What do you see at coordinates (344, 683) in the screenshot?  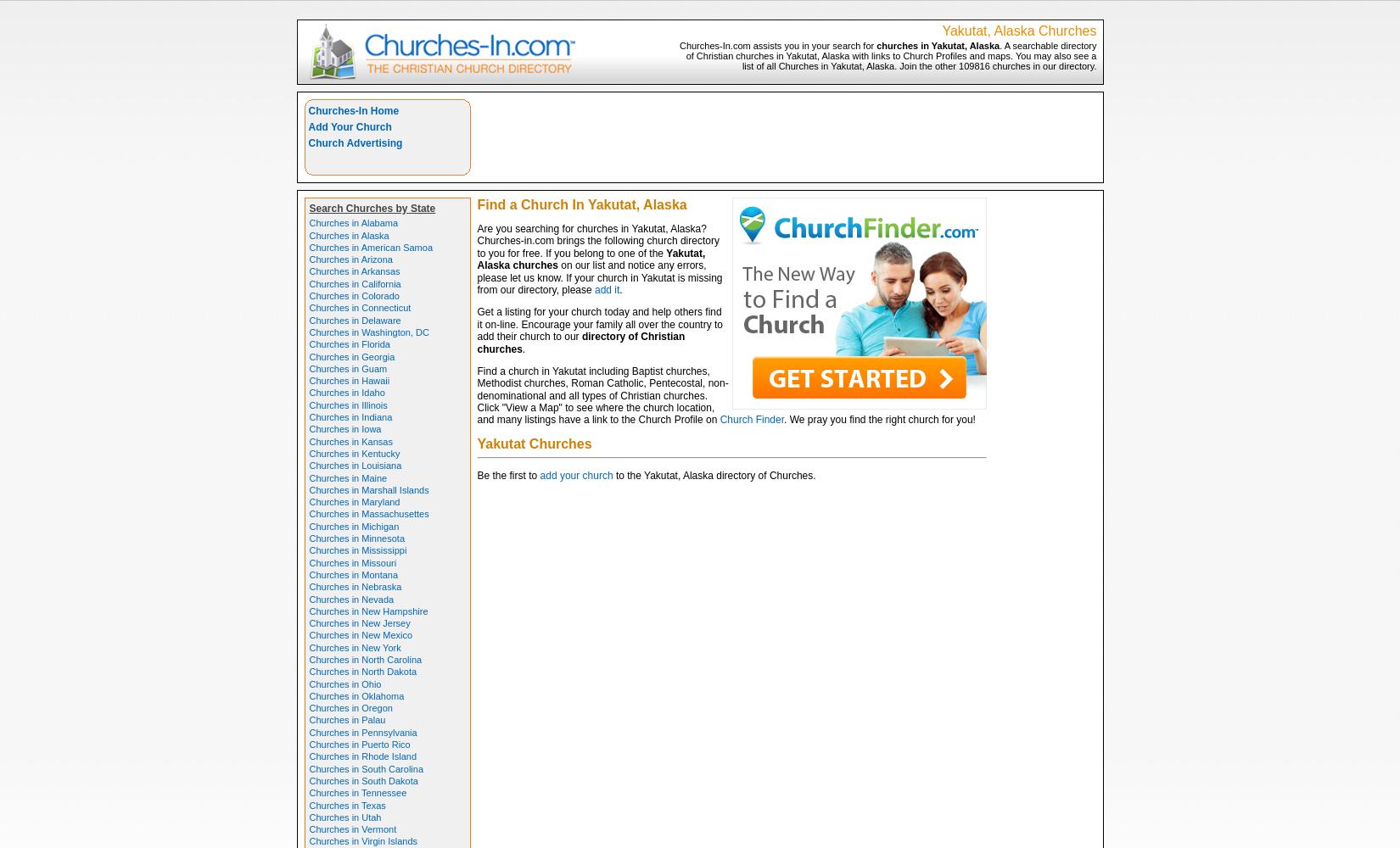 I see `'Churches in Ohio'` at bounding box center [344, 683].